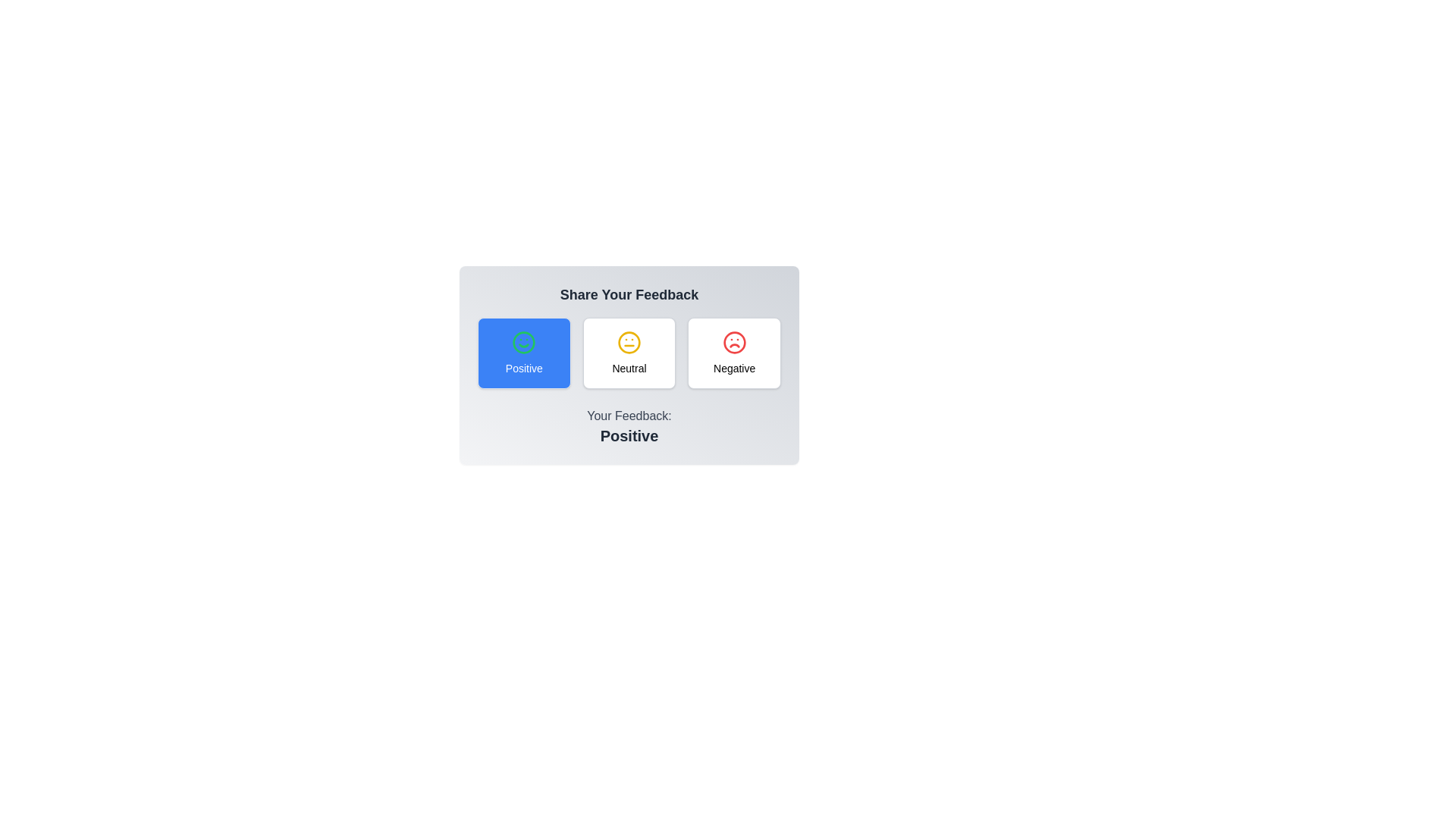 This screenshot has height=819, width=1456. Describe the element at coordinates (629, 353) in the screenshot. I see `the feedback button labeled Neutral` at that location.